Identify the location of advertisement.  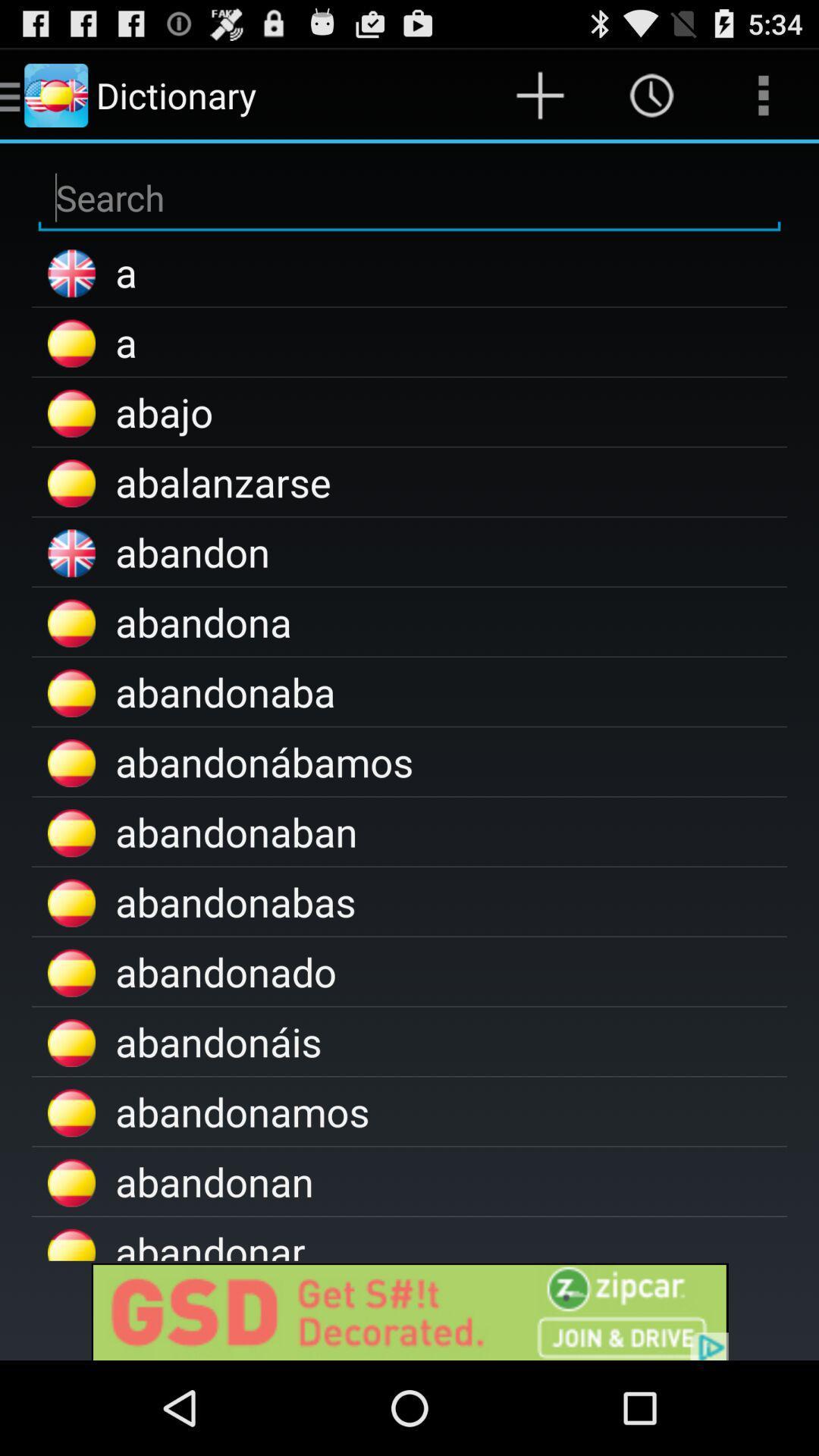
(409, 1310).